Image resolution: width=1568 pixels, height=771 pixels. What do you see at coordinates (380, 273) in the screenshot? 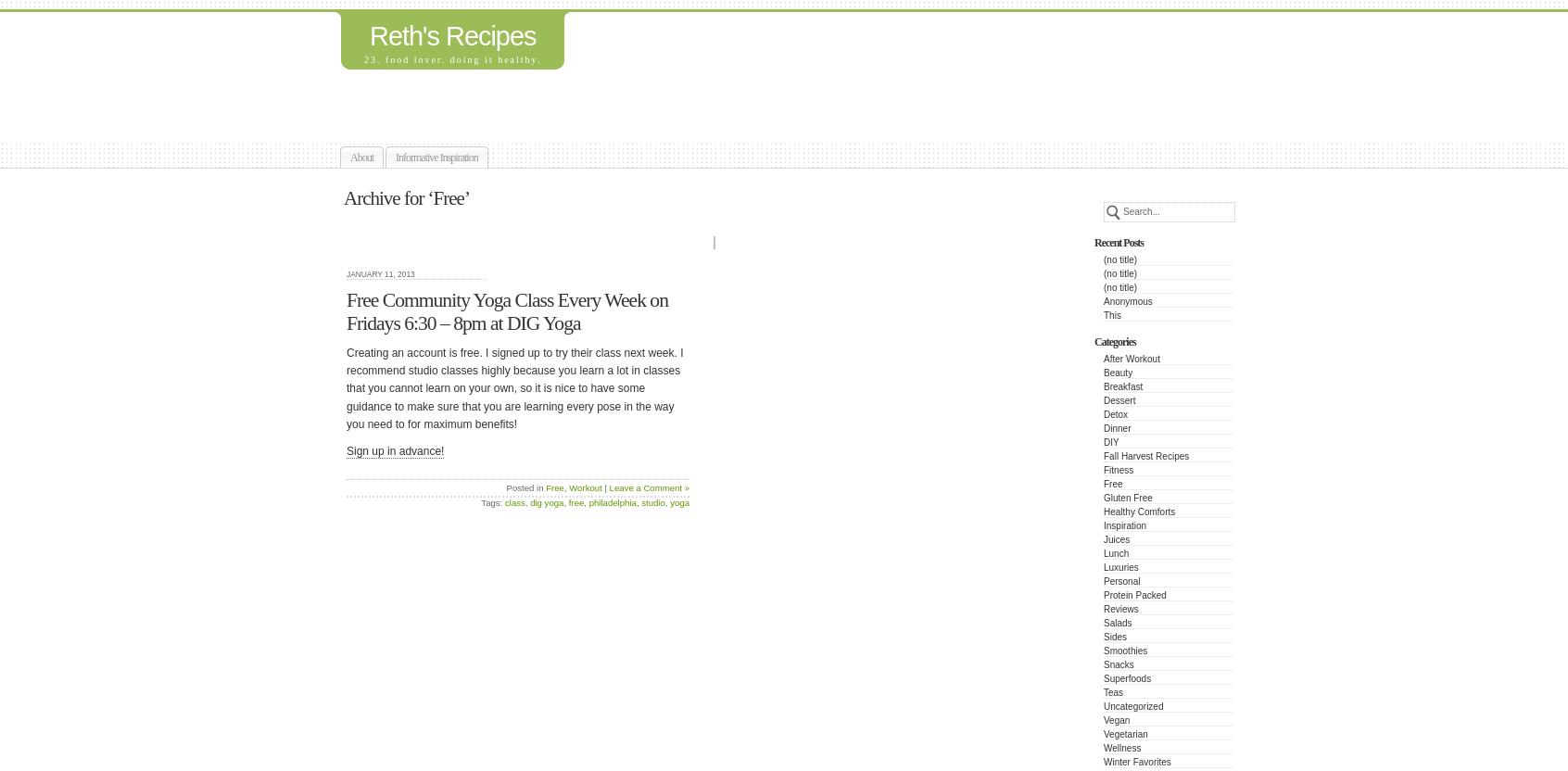
I see `'January 11, 2013'` at bounding box center [380, 273].